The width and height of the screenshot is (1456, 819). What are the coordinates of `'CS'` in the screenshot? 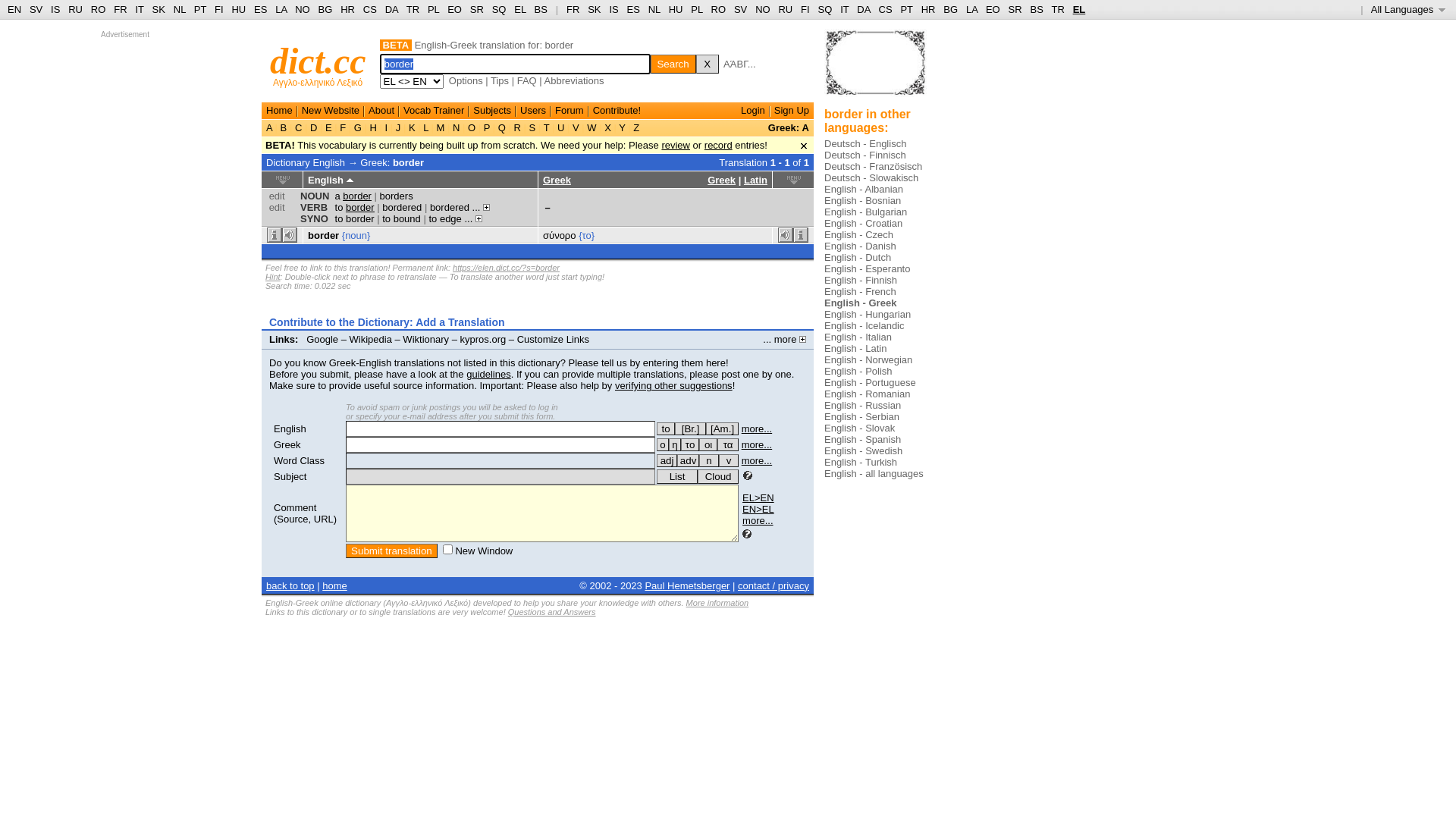 It's located at (370, 9).